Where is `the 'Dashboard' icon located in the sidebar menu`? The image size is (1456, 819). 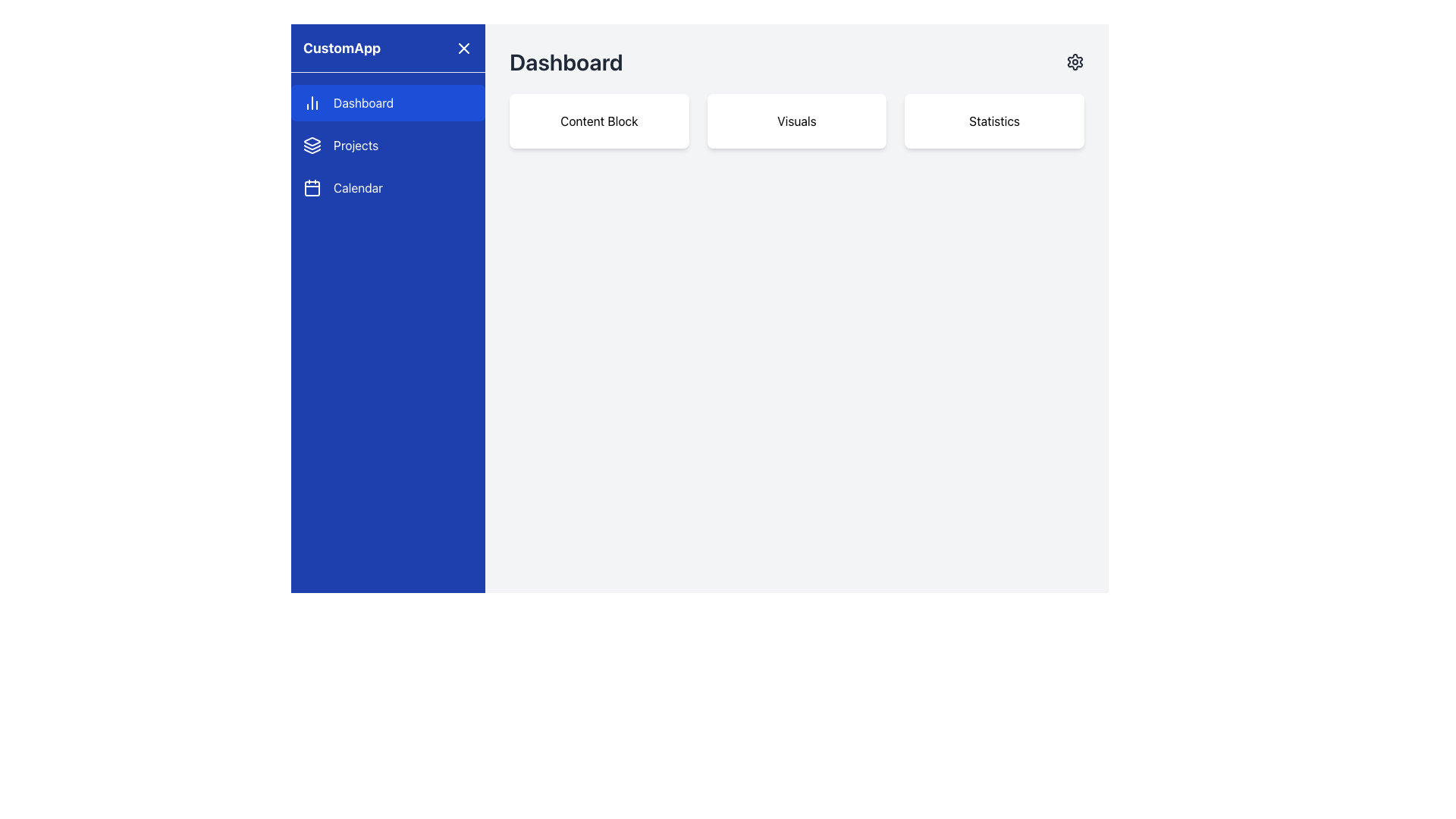 the 'Dashboard' icon located in the sidebar menu is located at coordinates (312, 102).